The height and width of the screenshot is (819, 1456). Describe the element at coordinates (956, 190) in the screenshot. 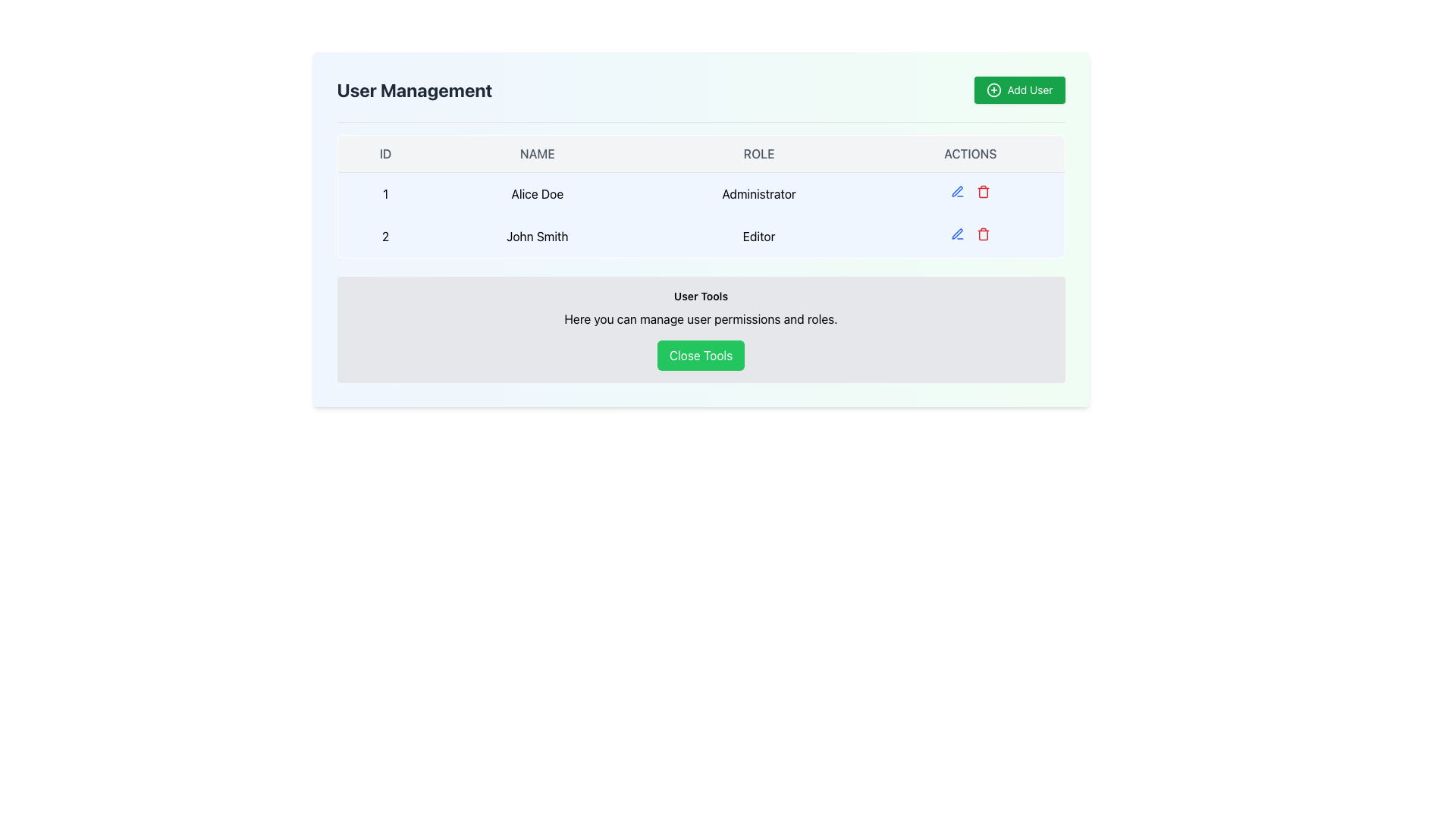

I see `the stylized pen icon button located` at that location.